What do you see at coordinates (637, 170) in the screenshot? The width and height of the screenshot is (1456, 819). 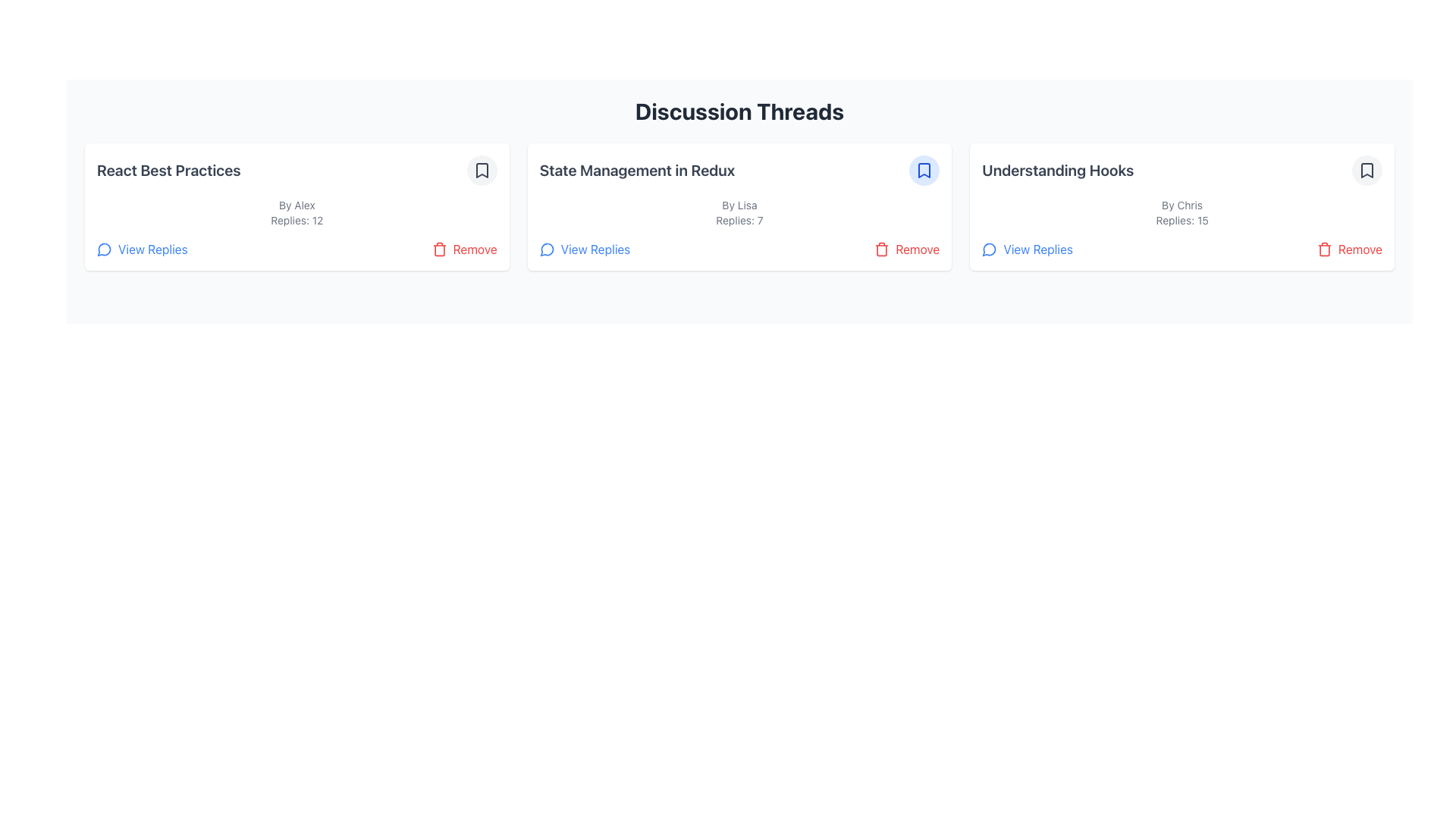 I see `the title text of the discussion thread located in the middle card of the horizontally aligned grid, positioned above 'By Lisa Replies: 7' and to the left of the bookmark icon` at bounding box center [637, 170].